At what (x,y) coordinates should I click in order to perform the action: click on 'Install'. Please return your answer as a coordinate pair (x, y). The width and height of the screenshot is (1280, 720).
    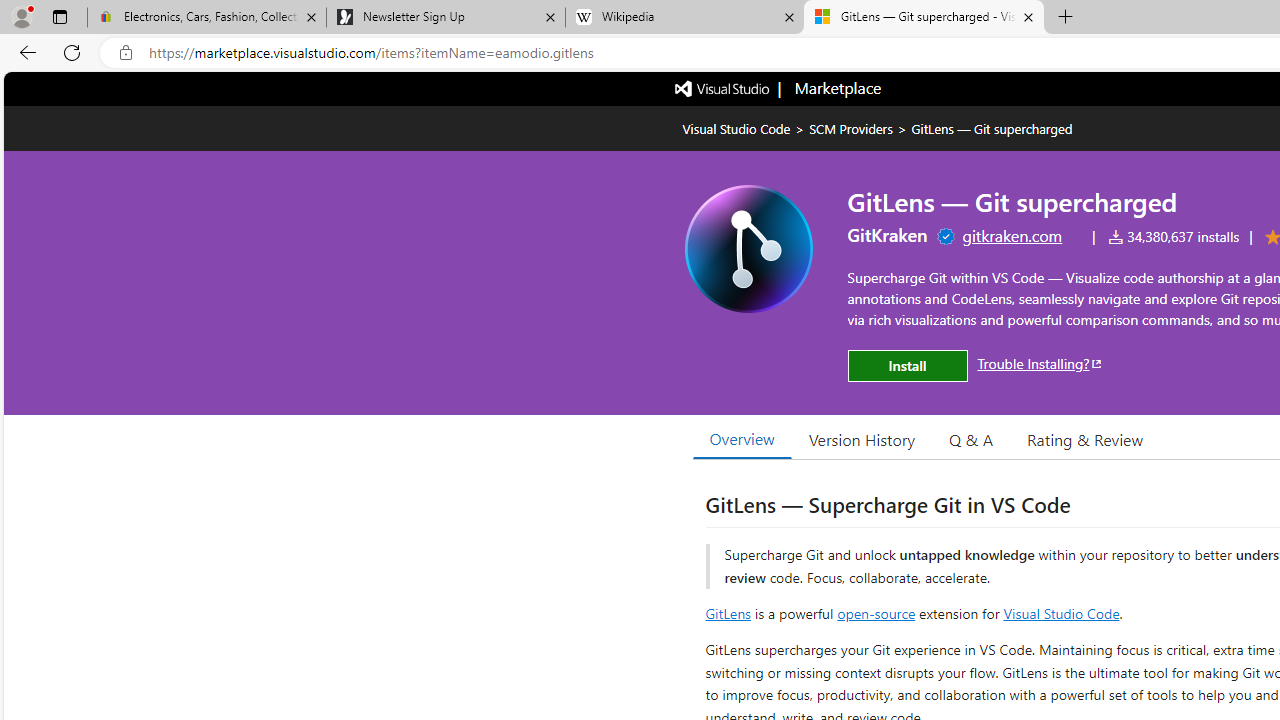
    Looking at the image, I should click on (906, 366).